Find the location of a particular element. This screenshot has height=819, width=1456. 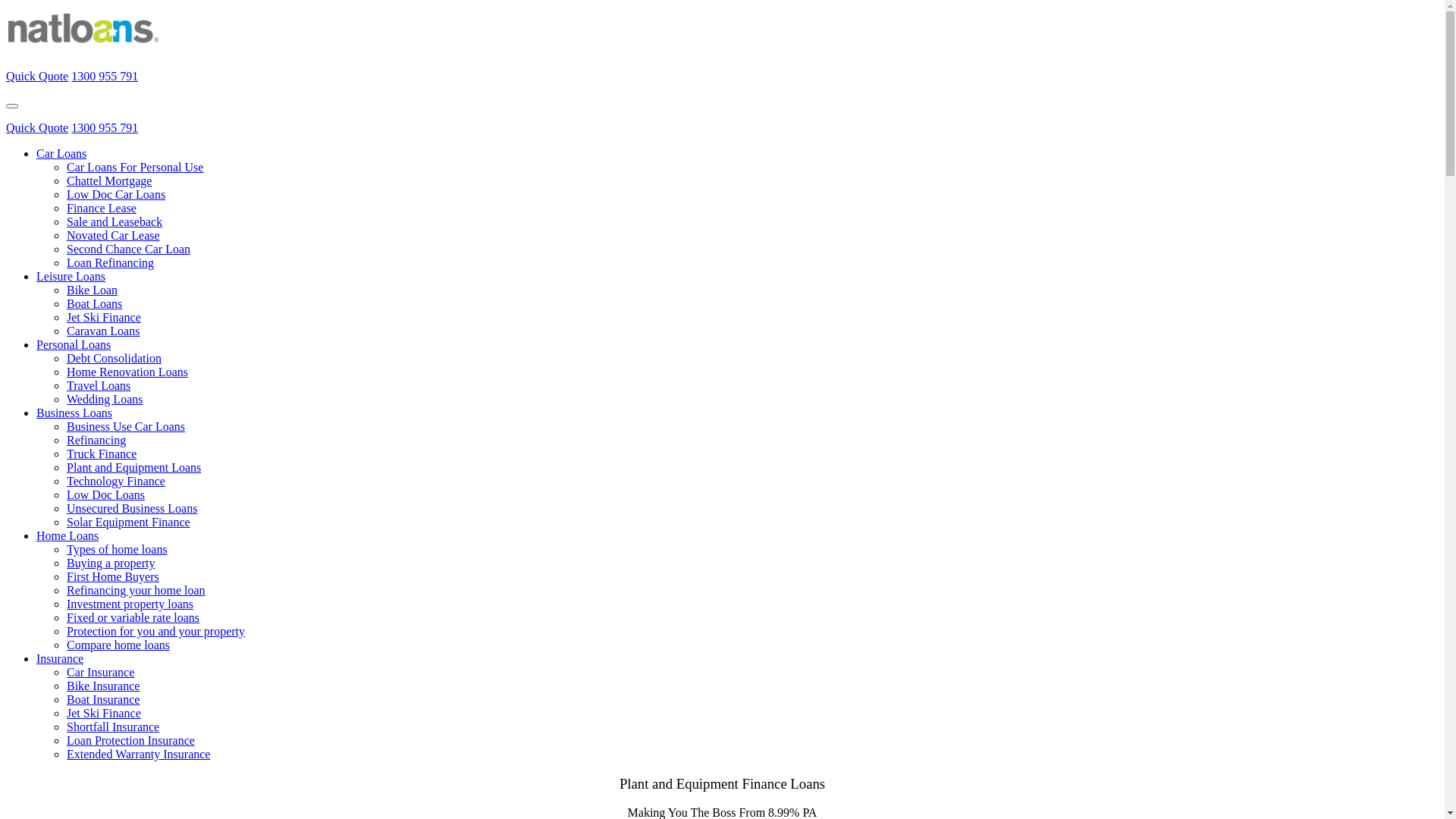

'Jet Ski Finance' is located at coordinates (103, 316).